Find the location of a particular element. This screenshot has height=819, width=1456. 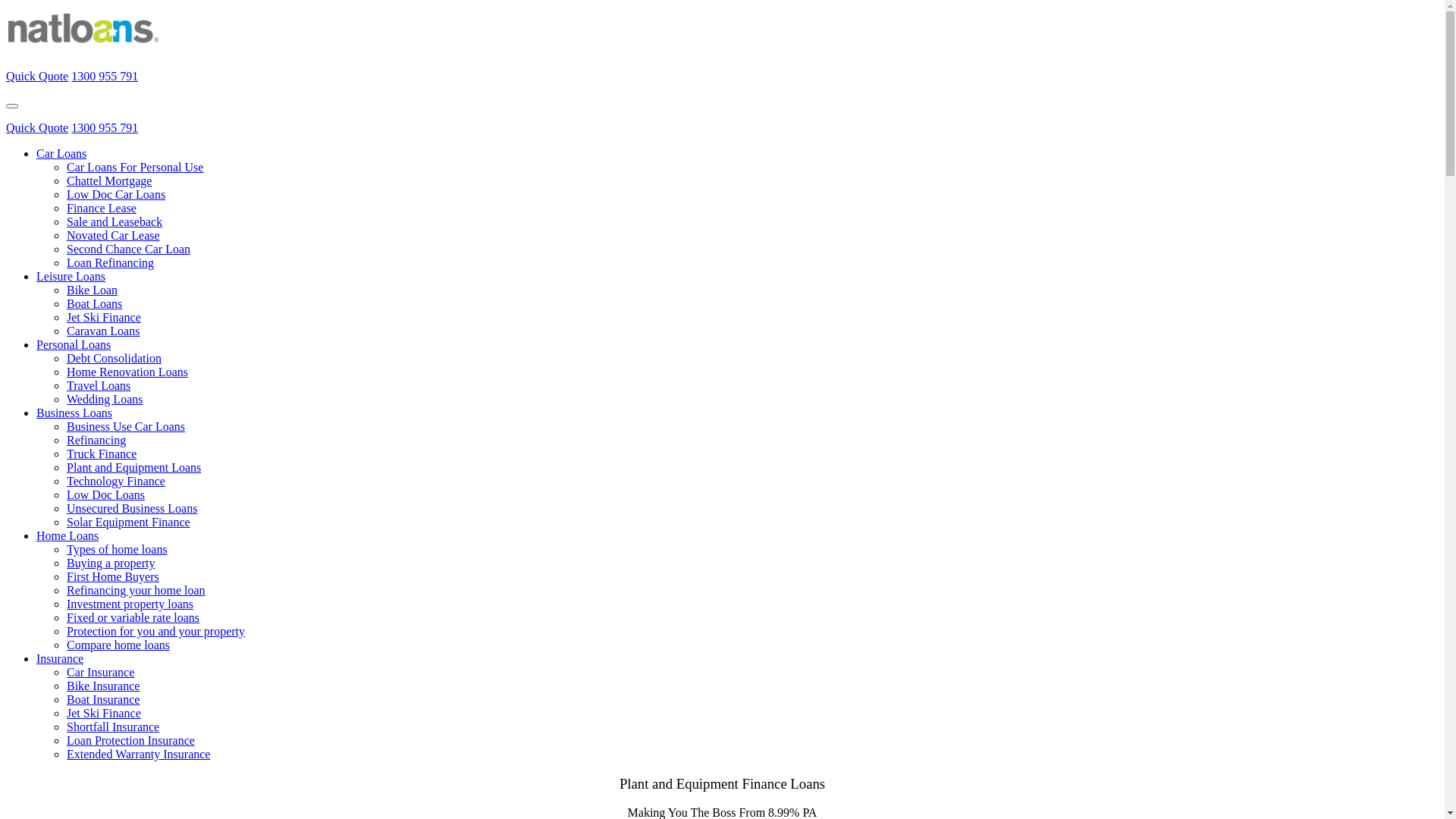

'Jet Ski Finance' is located at coordinates (103, 316).